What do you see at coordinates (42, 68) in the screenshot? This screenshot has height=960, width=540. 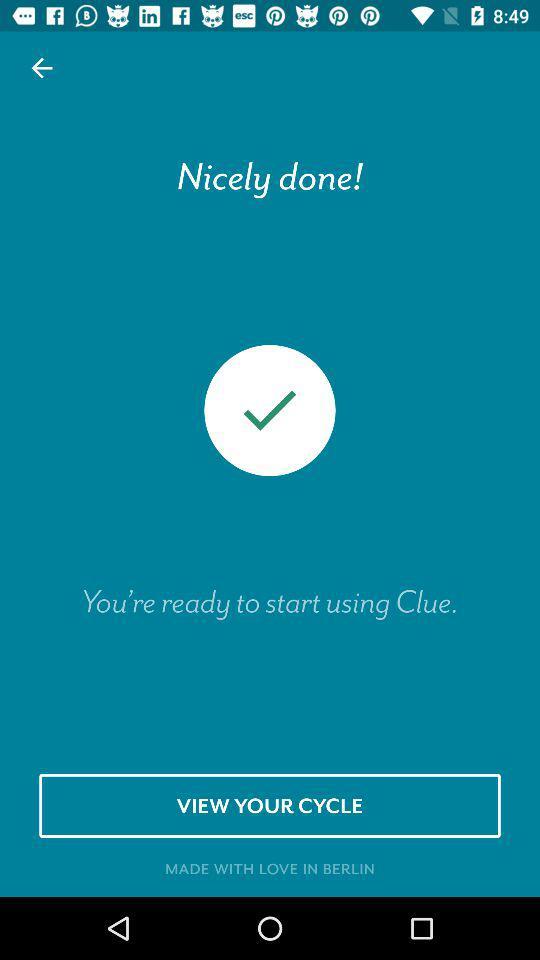 I see `the arrow_backward icon` at bounding box center [42, 68].